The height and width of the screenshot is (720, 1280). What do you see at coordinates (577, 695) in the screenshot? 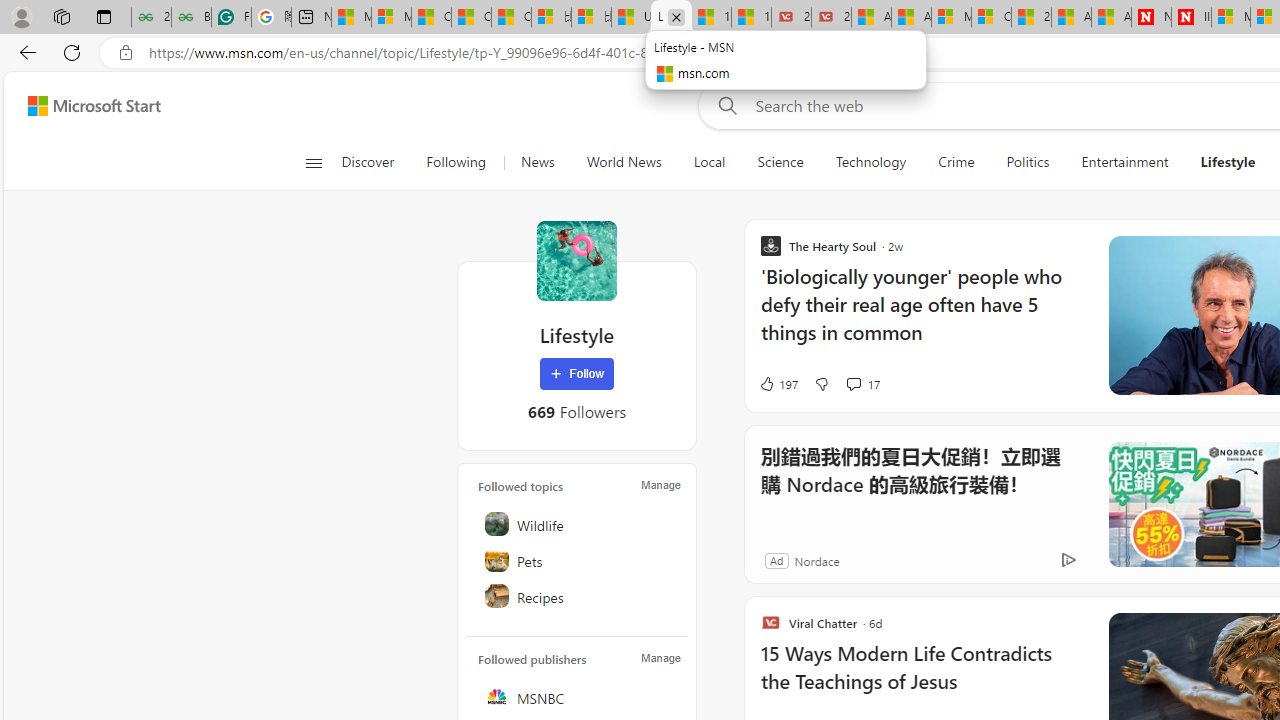
I see `'MSNBC'` at bounding box center [577, 695].